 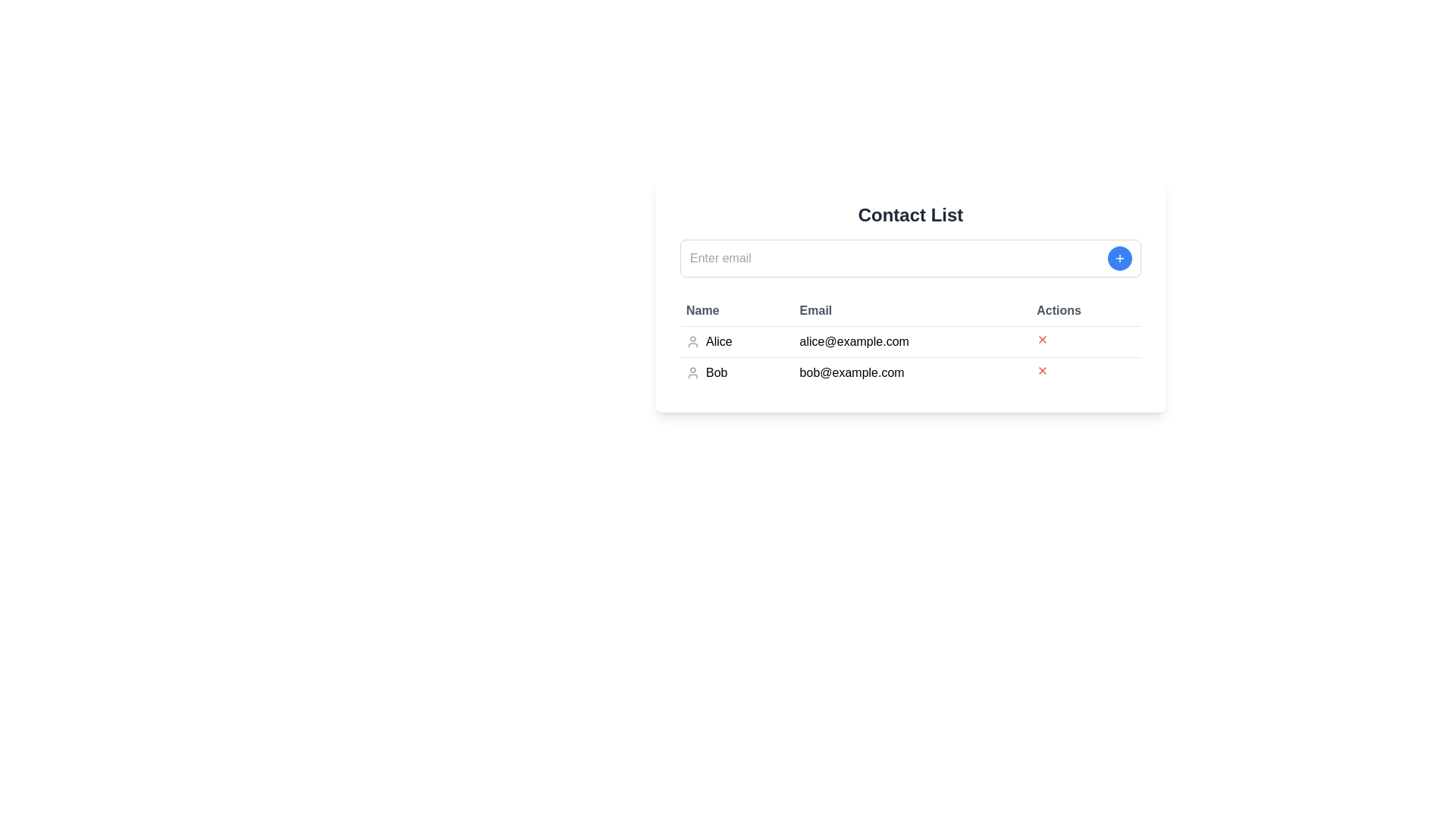 What do you see at coordinates (910, 372) in the screenshot?
I see `the Contact row containing the email 'bob@example.com' for highlighting` at bounding box center [910, 372].